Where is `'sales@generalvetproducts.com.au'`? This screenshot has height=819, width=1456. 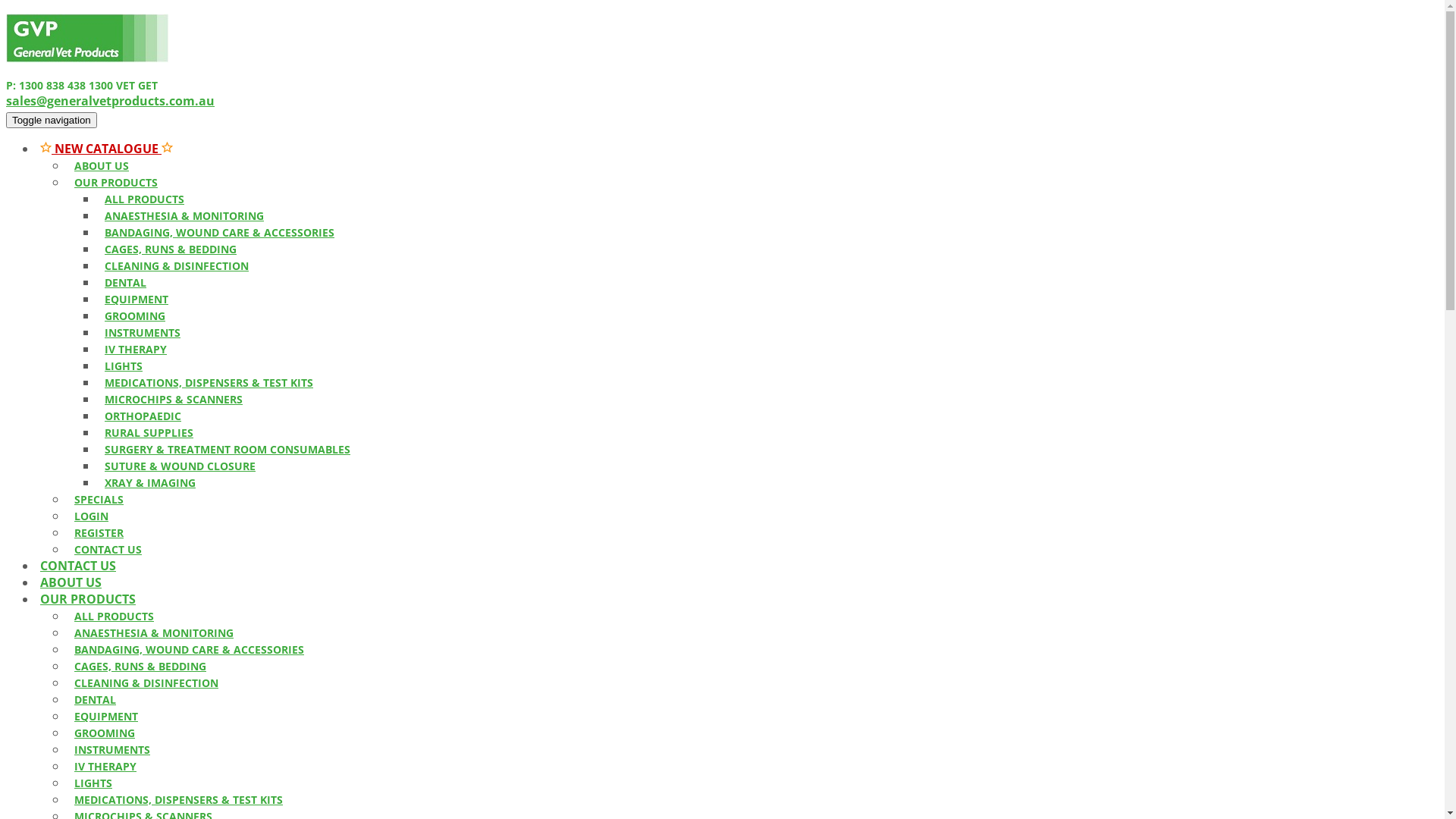 'sales@generalvetproducts.com.au' is located at coordinates (109, 100).